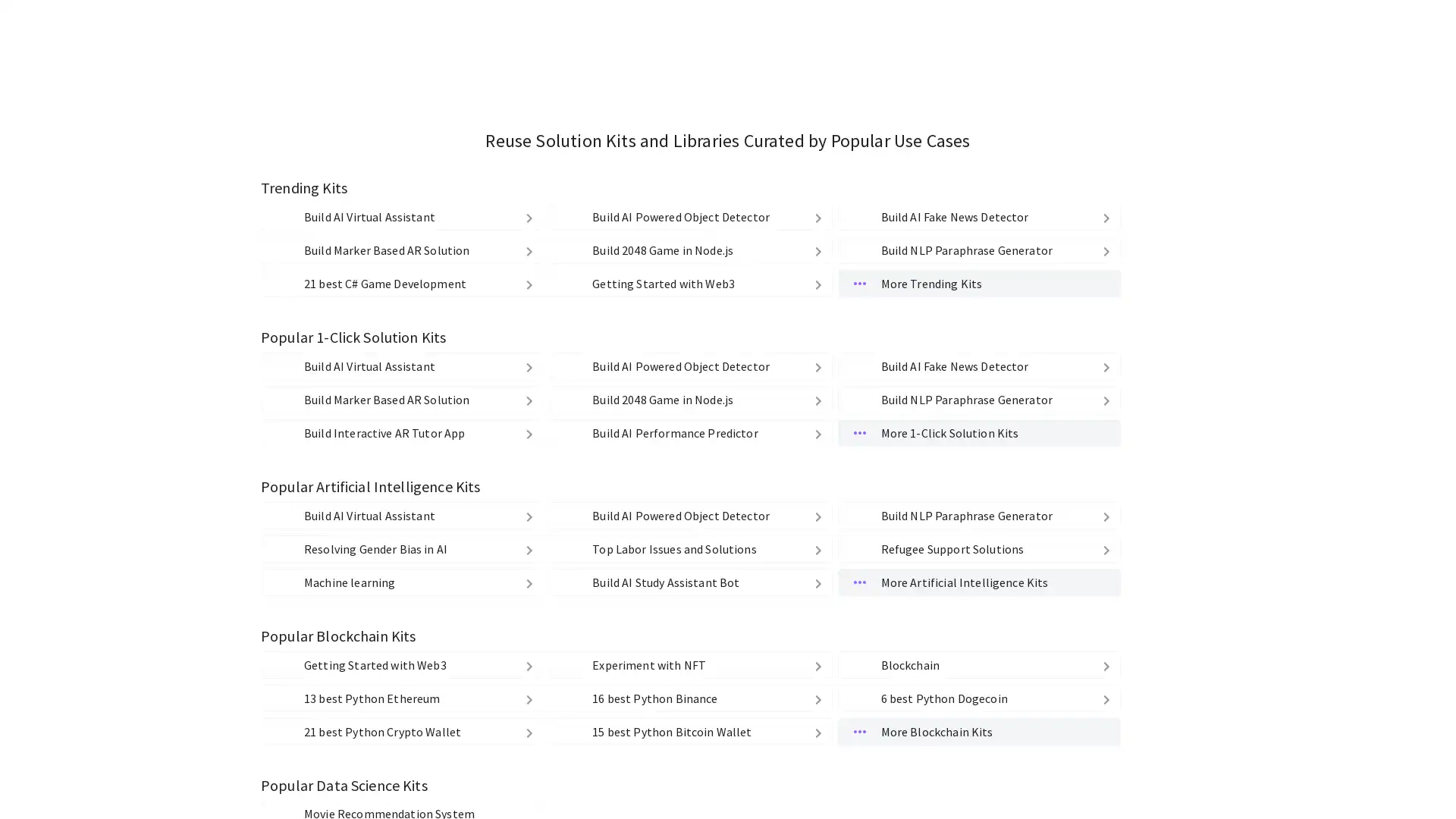 The height and width of the screenshot is (819, 1456). What do you see at coordinates (805, 665) in the screenshot?
I see `delete` at bounding box center [805, 665].